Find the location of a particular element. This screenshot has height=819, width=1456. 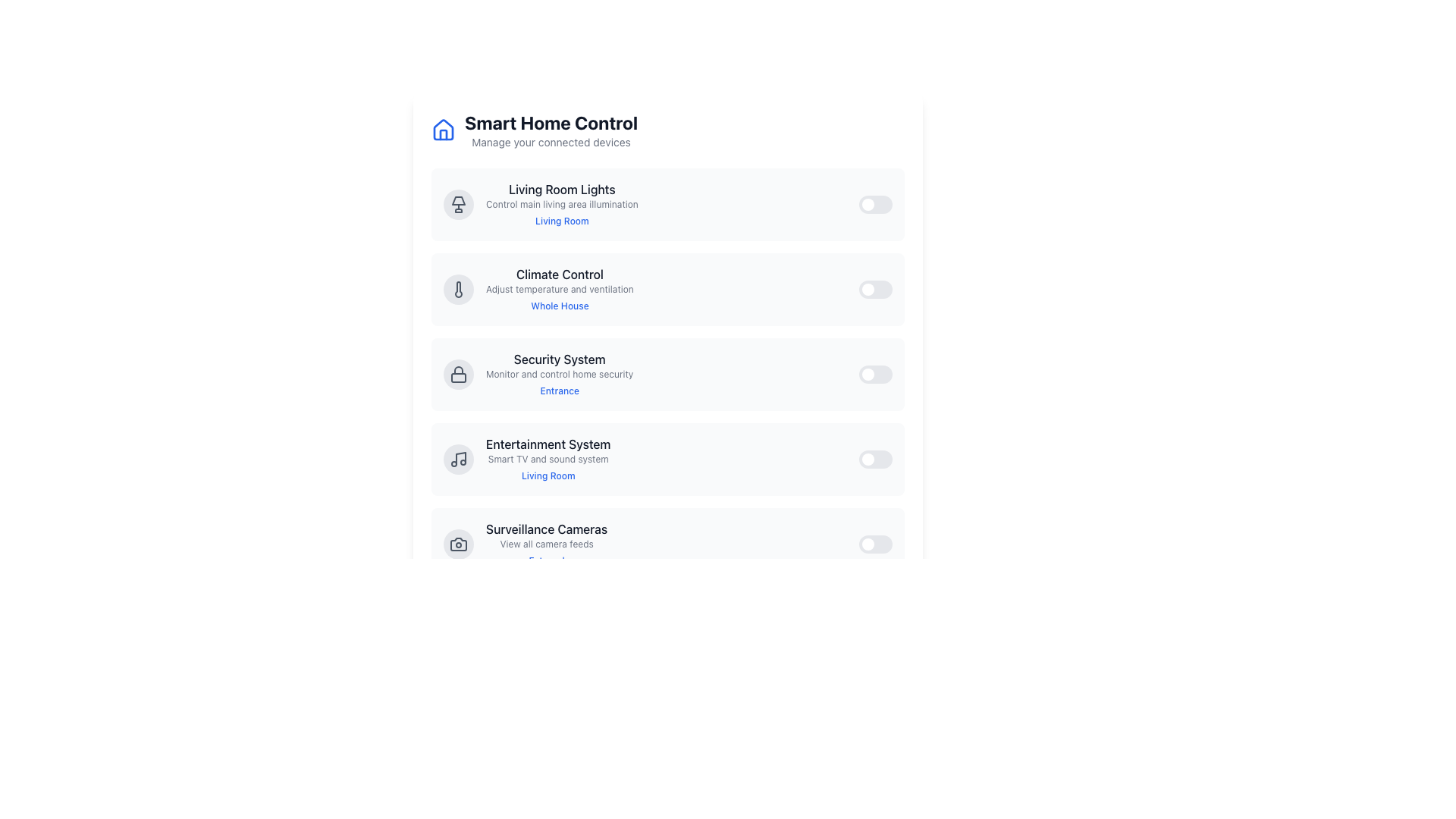

the interactive control row for the Entertainment System, which is the fourth item in the vertical list of control rows within the 'Smart Home Control' interface is located at coordinates (667, 458).